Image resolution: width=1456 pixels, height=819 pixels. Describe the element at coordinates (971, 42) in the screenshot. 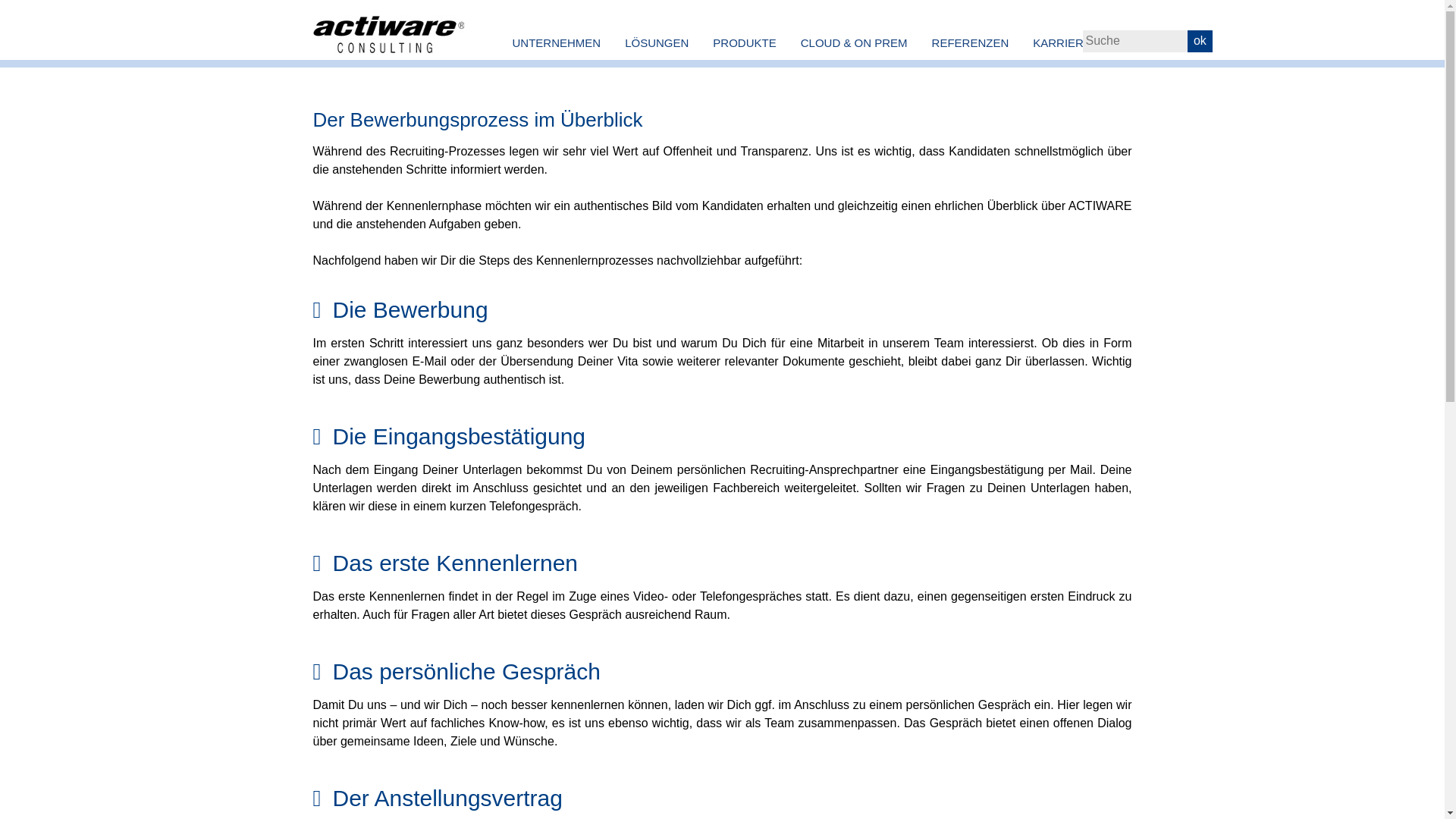

I see `'REFERENZEN'` at that location.